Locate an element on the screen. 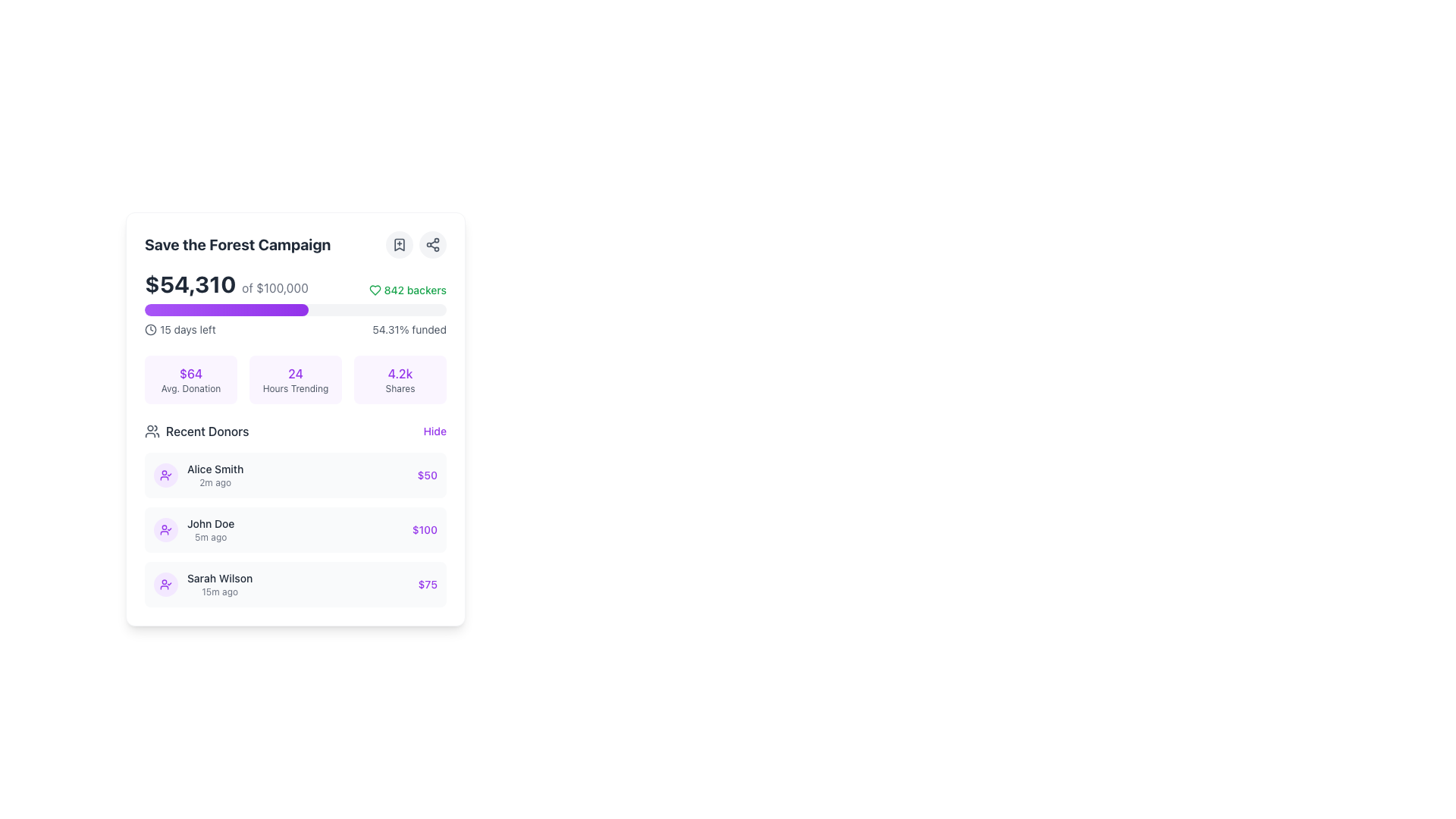 This screenshot has height=819, width=1456. the text label displaying the name 'John Doe' in medium black font, located under the 'Recent Donors' section is located at coordinates (210, 522).